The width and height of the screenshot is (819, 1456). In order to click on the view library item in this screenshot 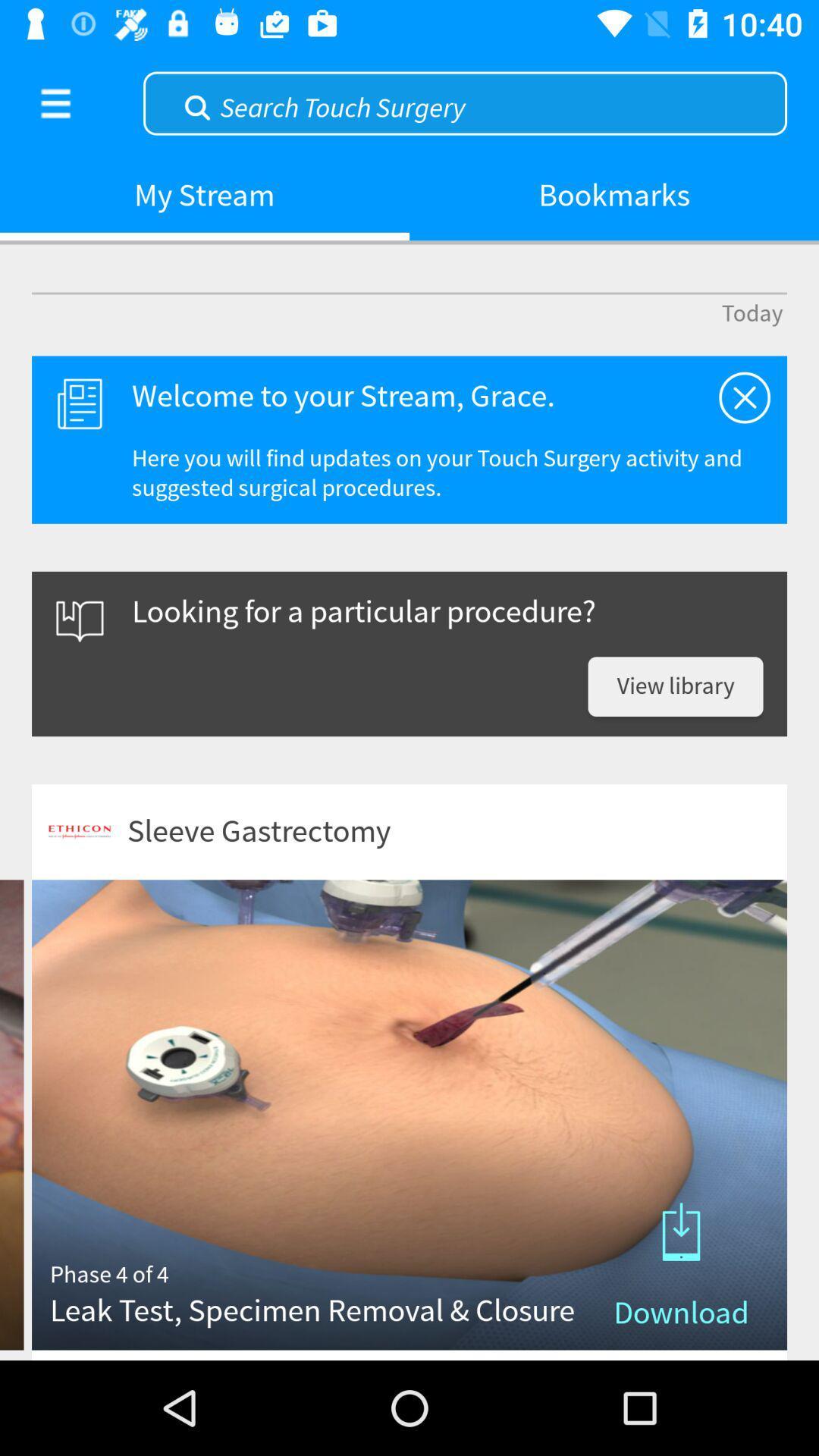, I will do `click(675, 686)`.